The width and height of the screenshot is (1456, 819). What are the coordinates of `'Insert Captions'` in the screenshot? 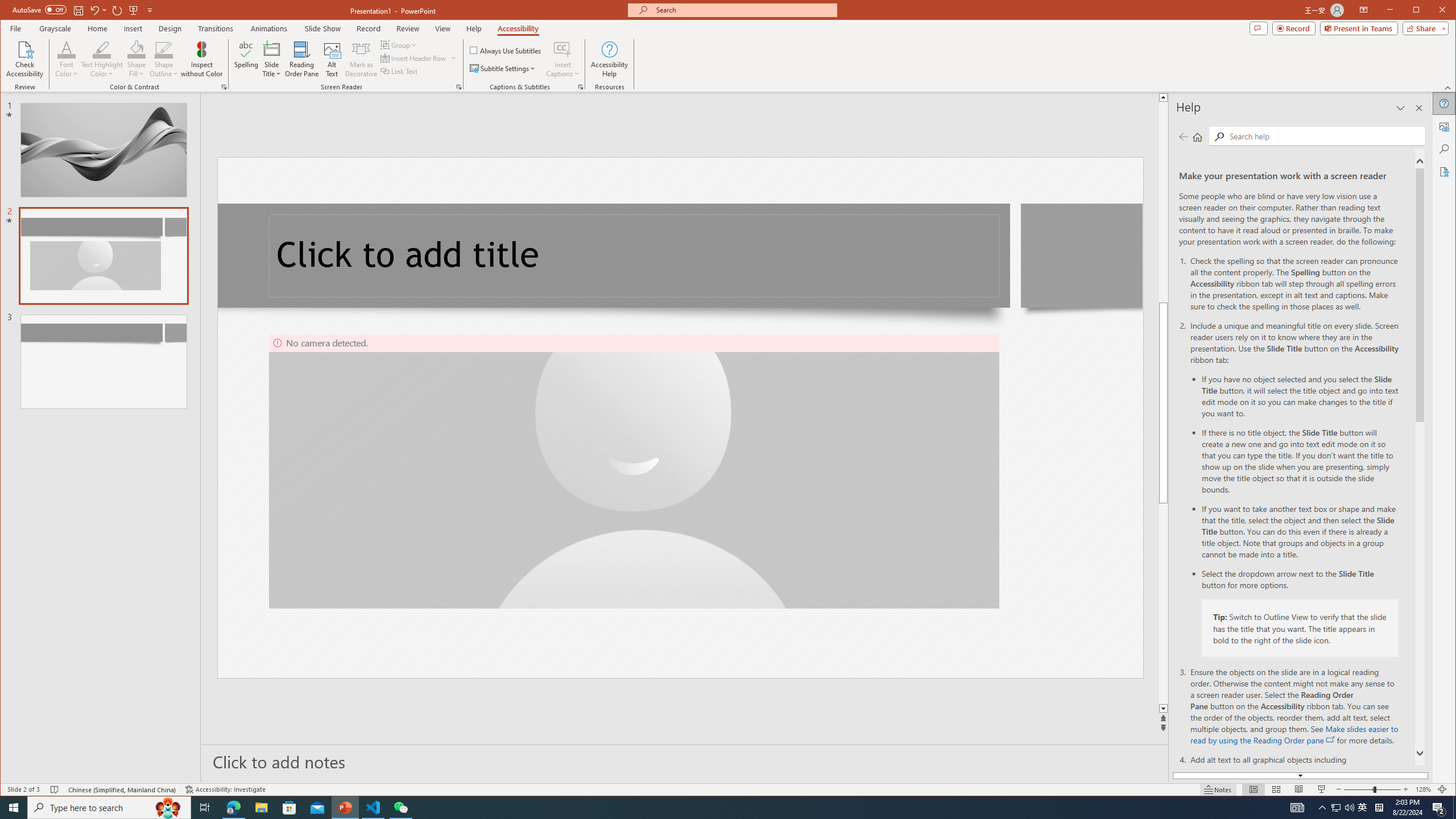 It's located at (562, 48).